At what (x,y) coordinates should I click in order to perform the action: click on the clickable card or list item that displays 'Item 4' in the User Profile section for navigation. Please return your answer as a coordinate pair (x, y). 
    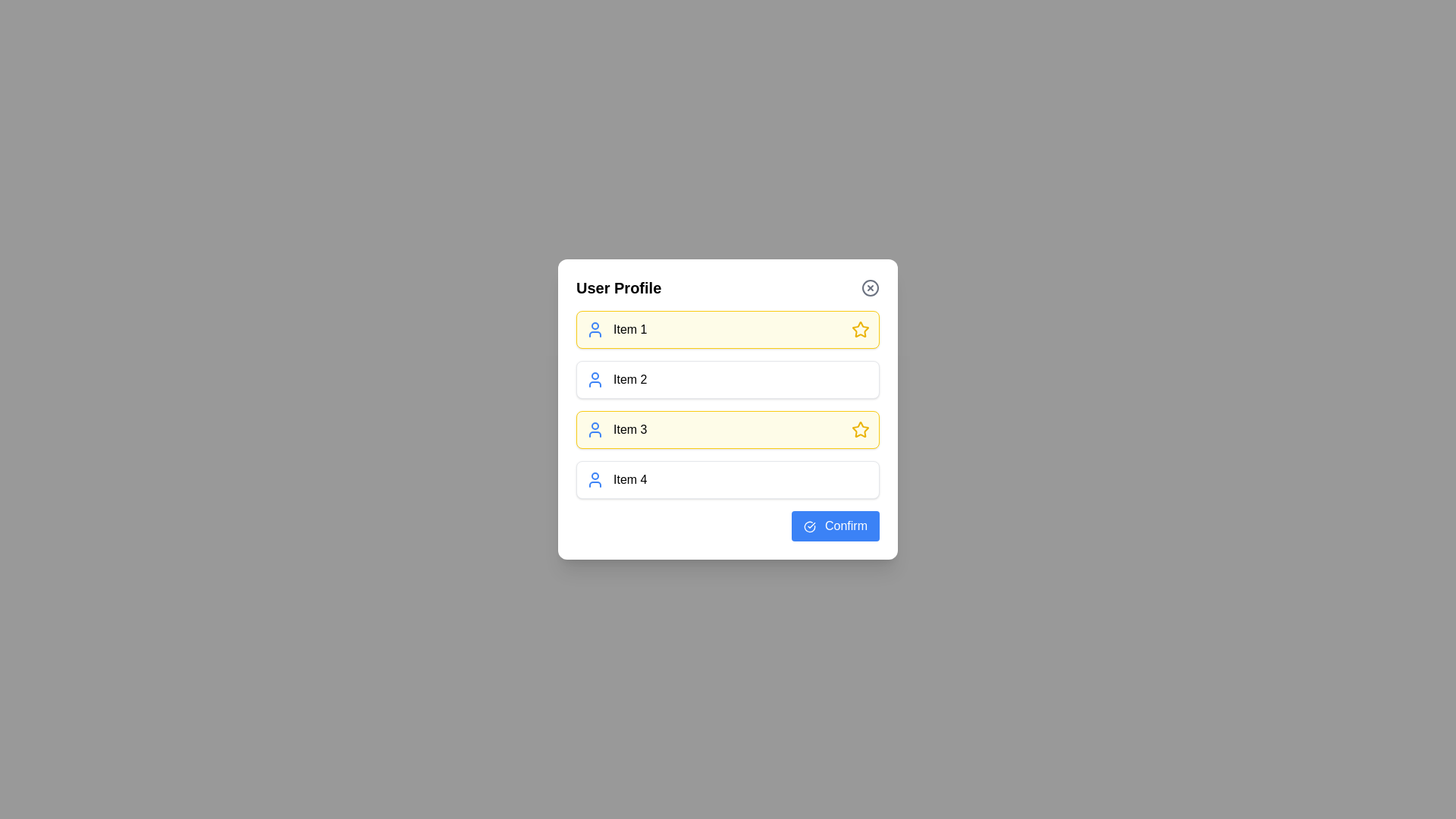
    Looking at the image, I should click on (728, 479).